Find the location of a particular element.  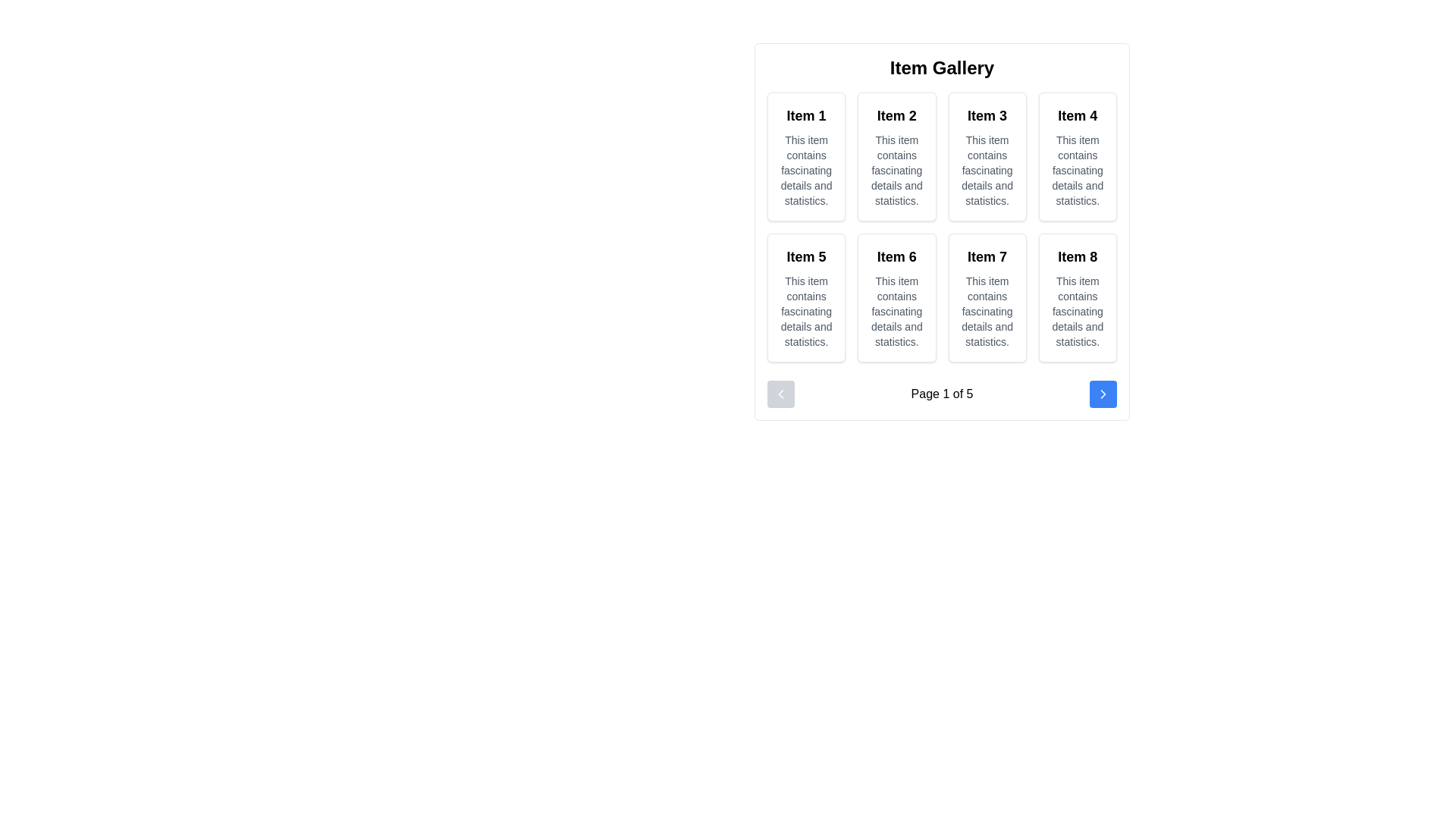

the Informational card titled 'Item 4' located in the first row, fourth column of the grid layout is located at coordinates (1077, 157).